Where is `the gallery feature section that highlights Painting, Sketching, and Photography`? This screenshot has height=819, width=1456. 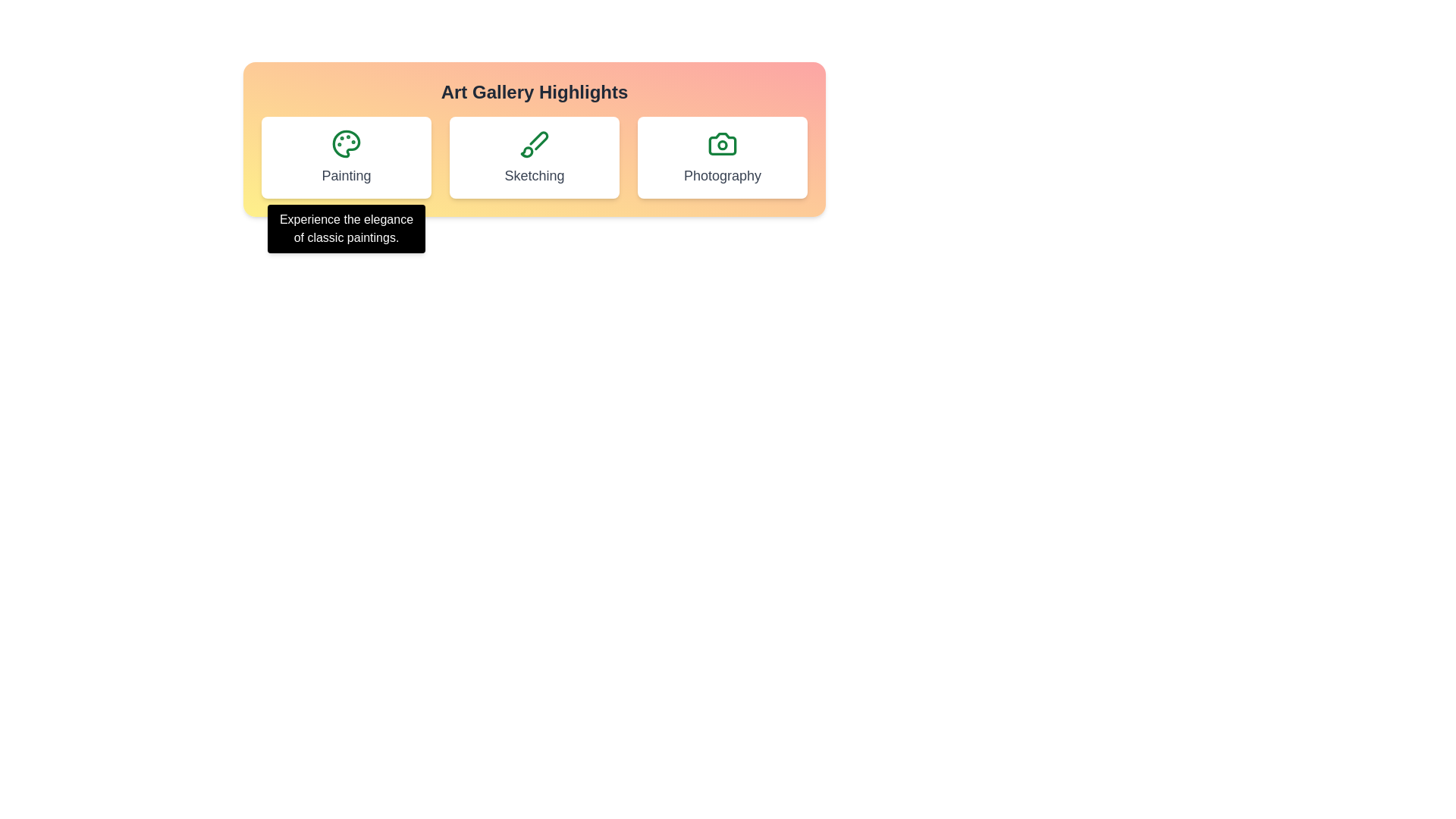
the gallery feature section that highlights Painting, Sketching, and Photography is located at coordinates (535, 140).